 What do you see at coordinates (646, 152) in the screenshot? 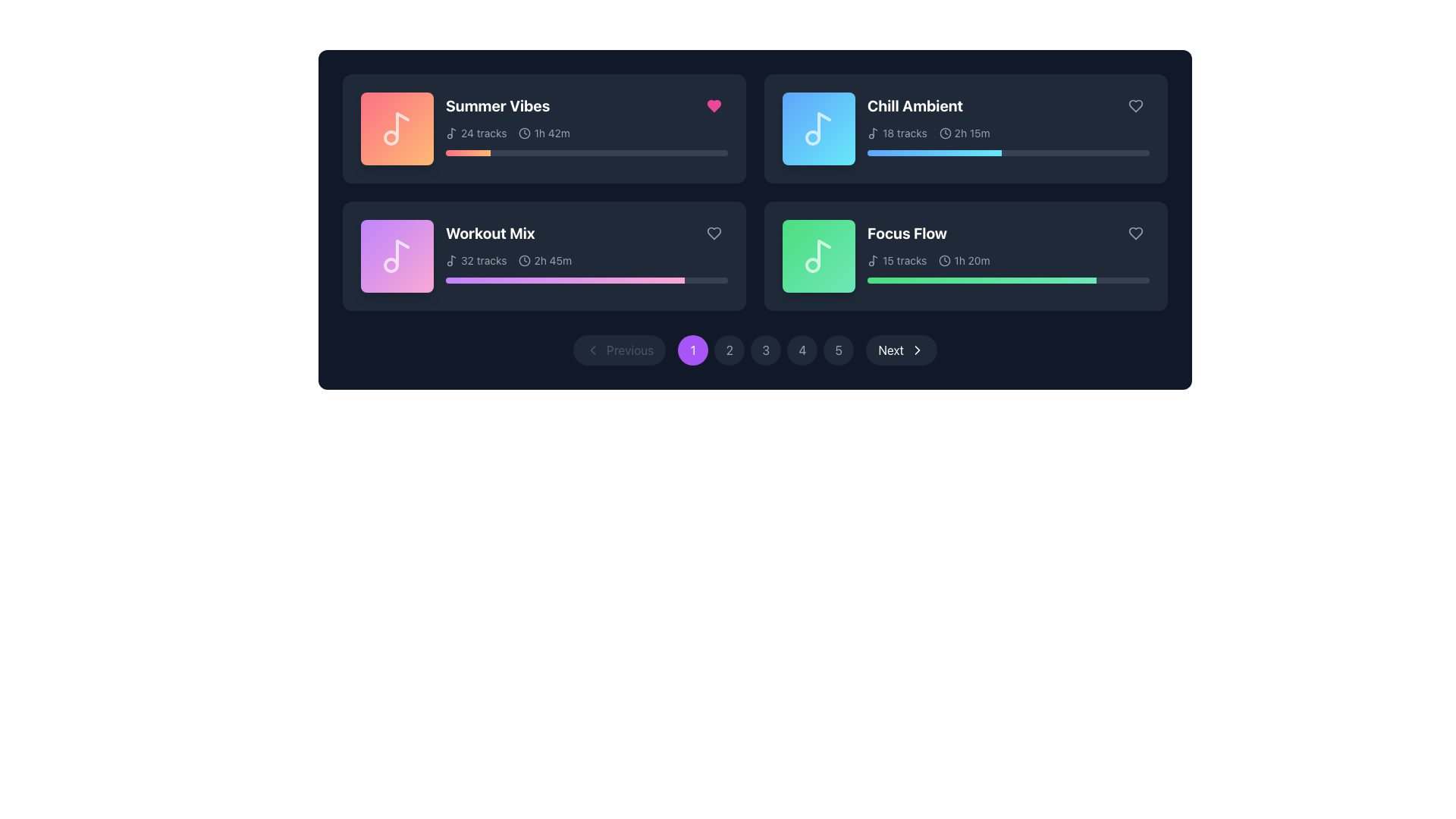
I see `the progress` at bounding box center [646, 152].